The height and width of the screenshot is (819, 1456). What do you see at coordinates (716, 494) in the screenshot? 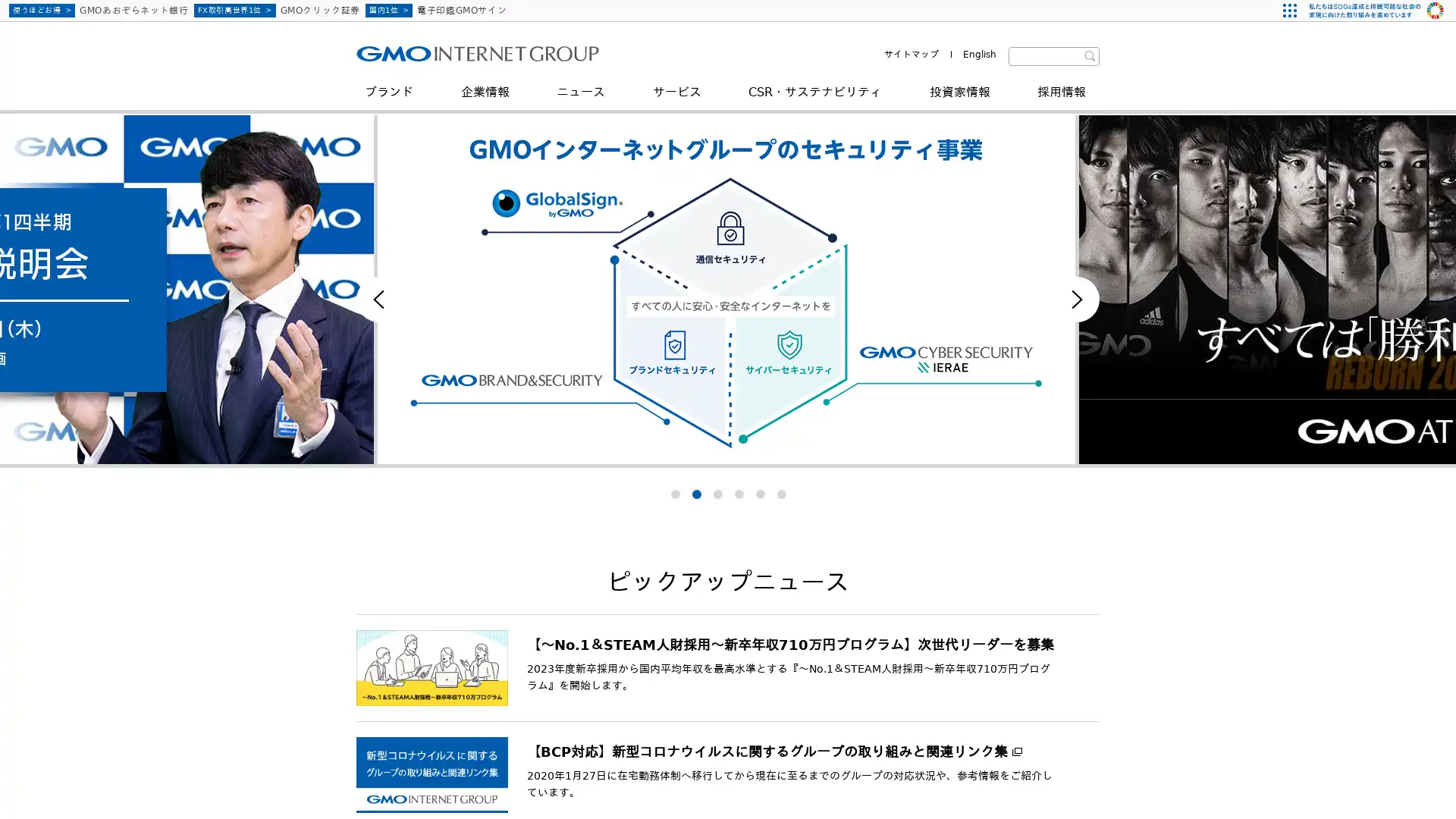
I see `3` at bounding box center [716, 494].